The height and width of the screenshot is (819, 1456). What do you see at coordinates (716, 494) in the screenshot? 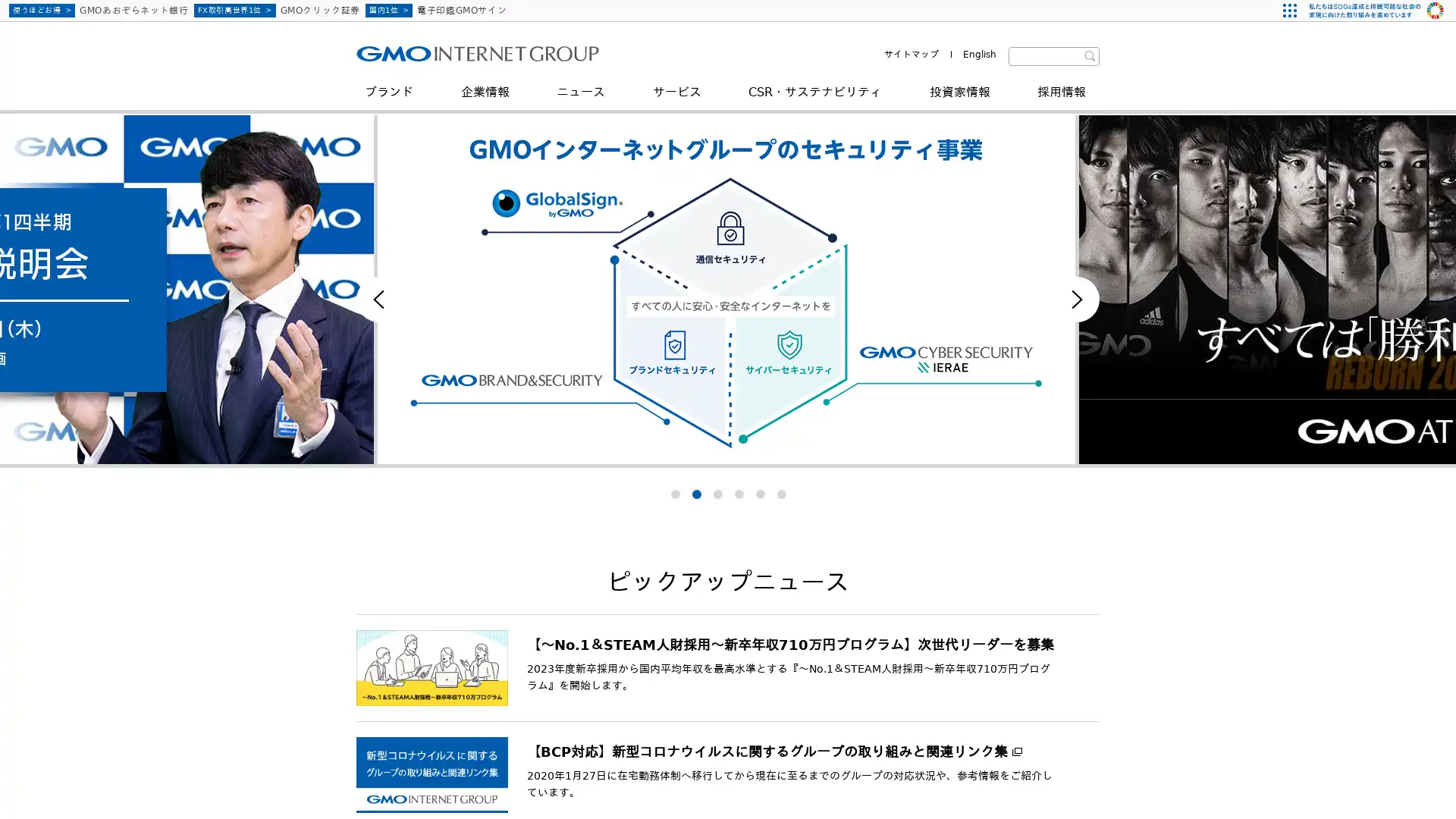
I see `3` at bounding box center [716, 494].